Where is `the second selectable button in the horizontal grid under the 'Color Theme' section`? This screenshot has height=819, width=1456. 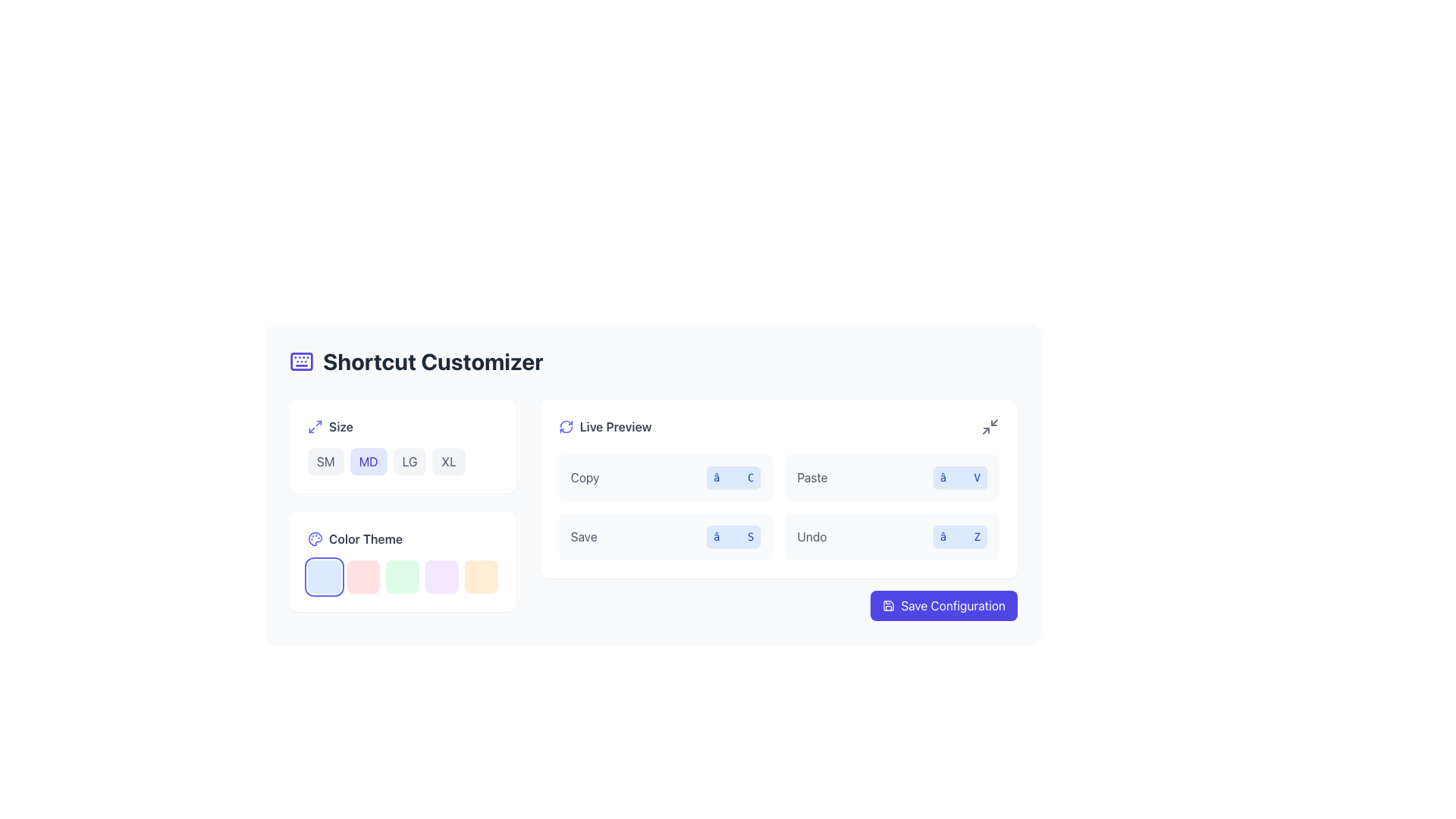
the second selectable button in the horizontal grid under the 'Color Theme' section is located at coordinates (362, 576).